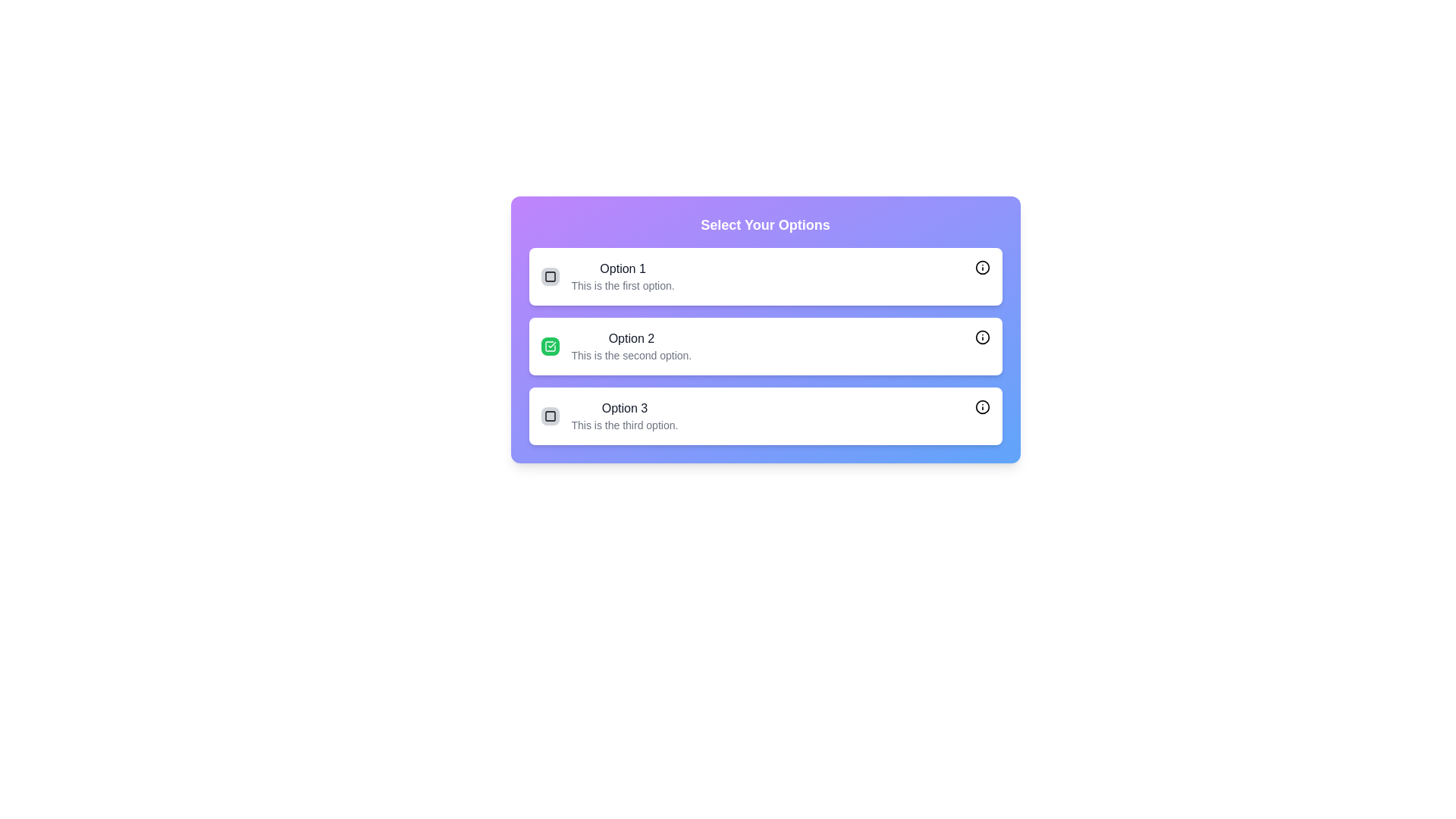 The width and height of the screenshot is (1456, 819). I want to click on the circular icon button with a hollow interior and embedded exclamation mark symbol located on the right side of the text content of Option 3, so click(982, 406).